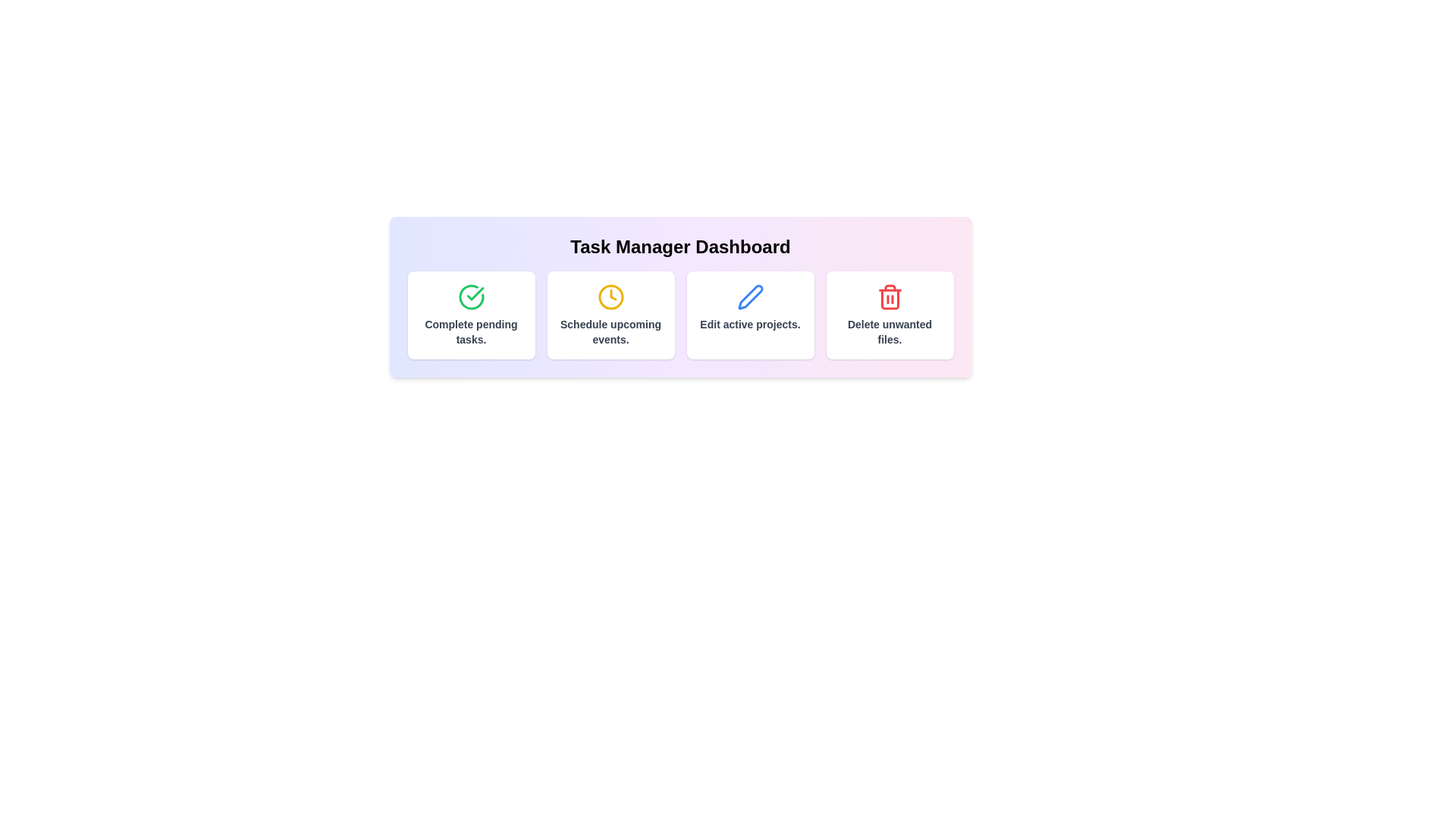 This screenshot has width=1456, height=819. I want to click on the project editing button located in the third position of the grid layout, between the 'Schedule upcoming events' card and the 'Delete unwanted files' card for keyboard interaction, so click(679, 315).